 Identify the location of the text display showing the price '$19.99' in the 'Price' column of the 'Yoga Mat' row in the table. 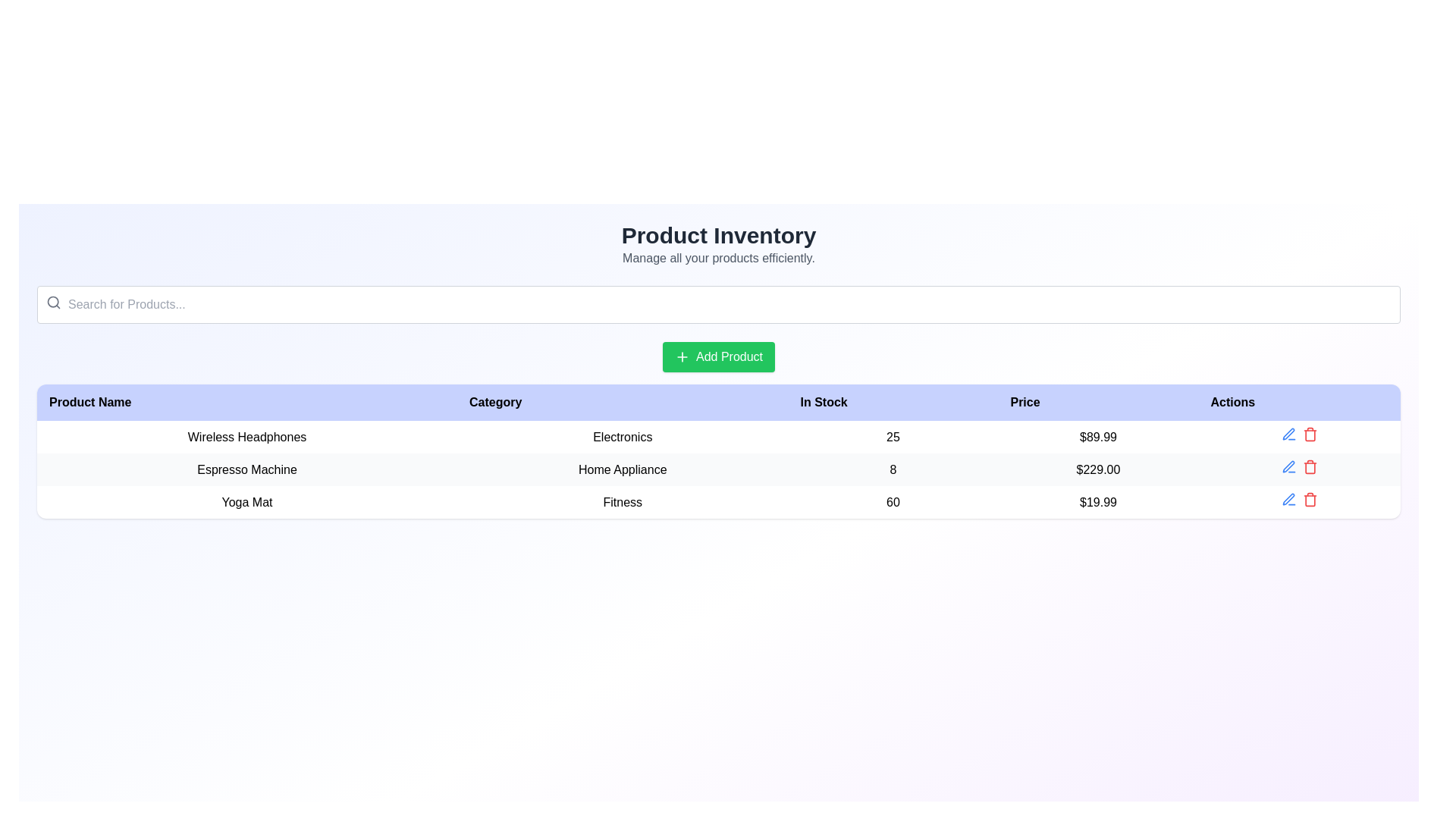
(1098, 502).